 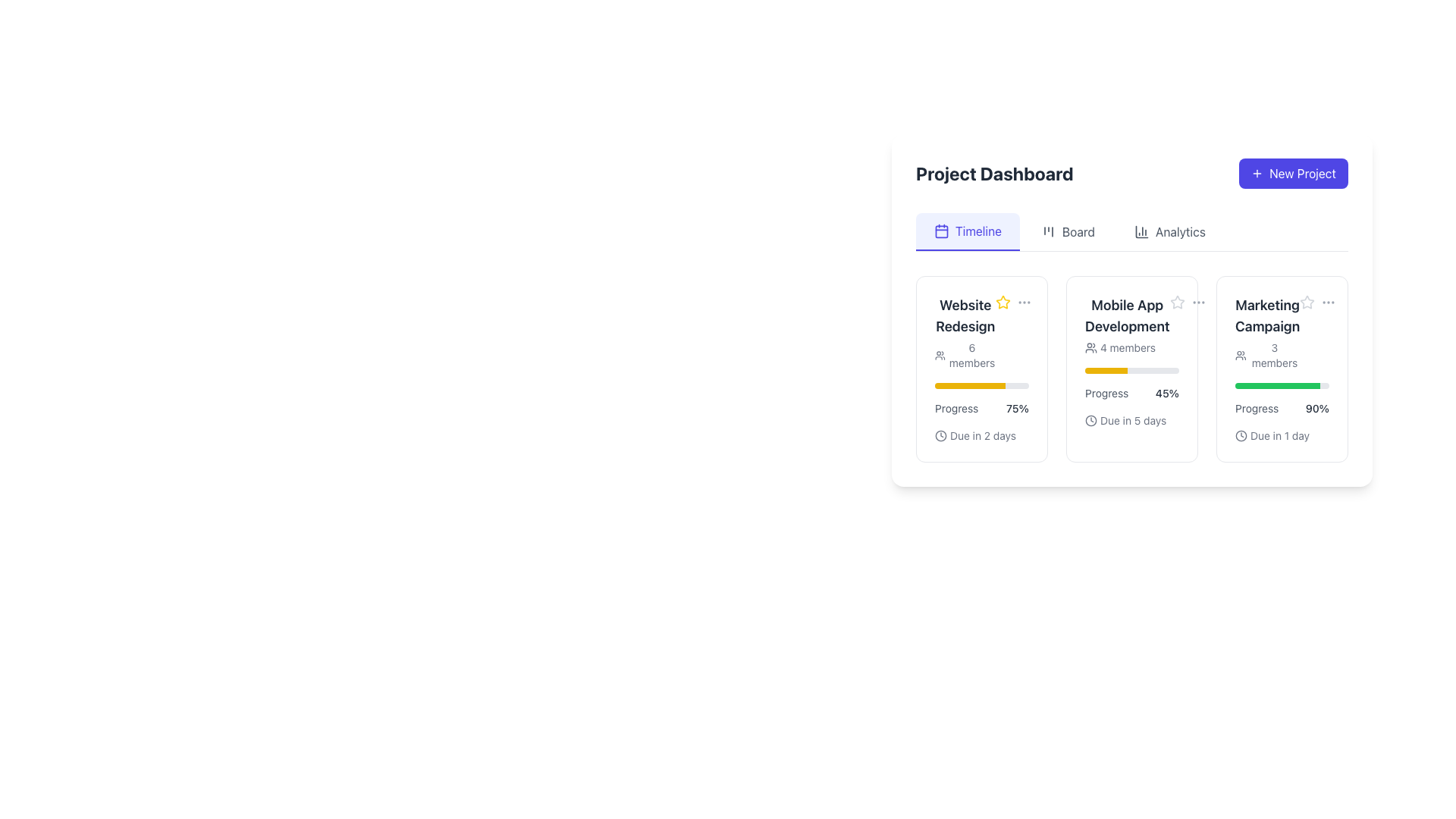 I want to click on the middle project card in the 'Project Dashboard' section for details about the project, so click(x=1131, y=369).